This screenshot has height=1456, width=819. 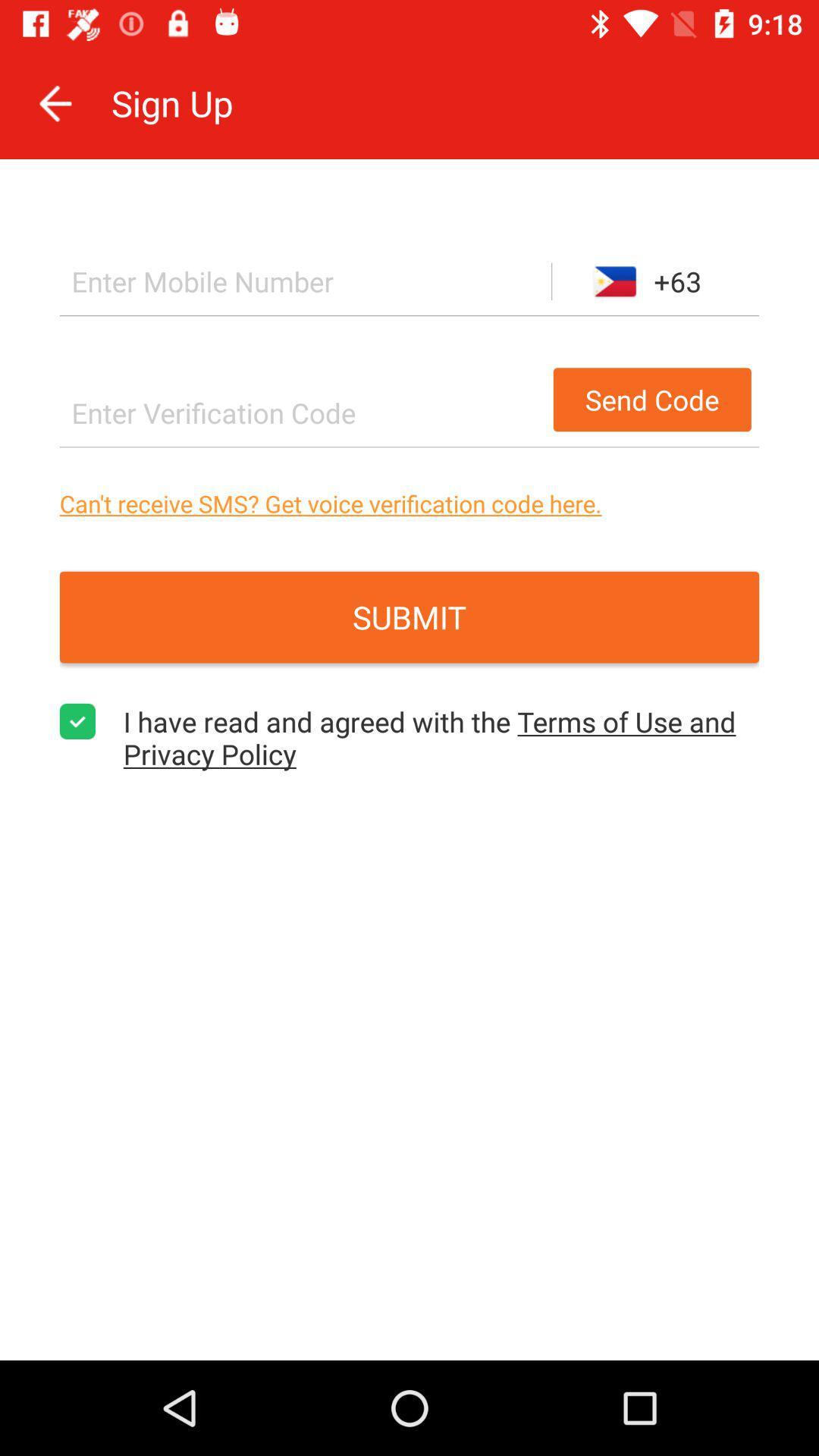 What do you see at coordinates (302, 413) in the screenshot?
I see `verification code` at bounding box center [302, 413].